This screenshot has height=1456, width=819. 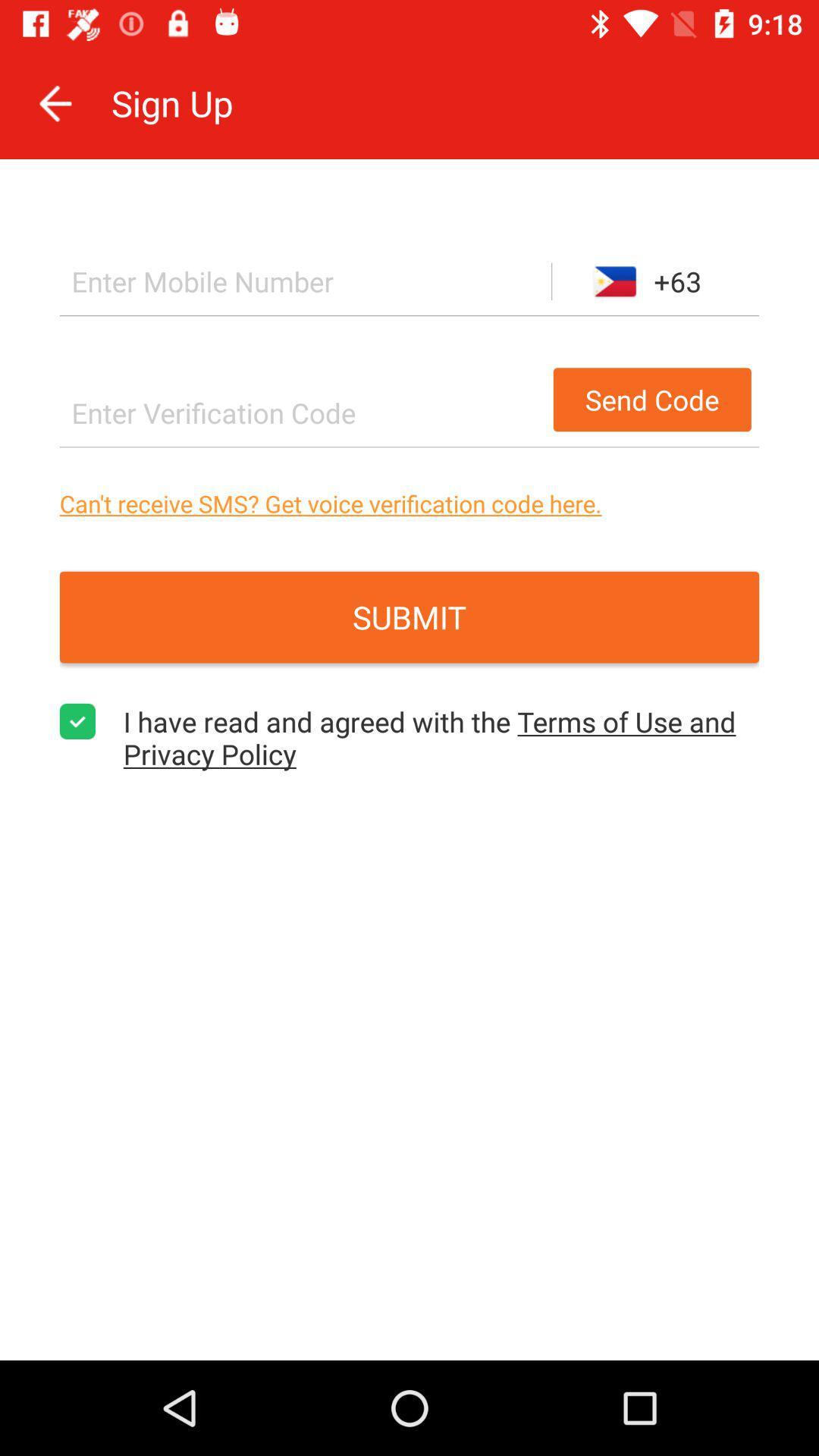 What do you see at coordinates (302, 413) in the screenshot?
I see `verification code` at bounding box center [302, 413].